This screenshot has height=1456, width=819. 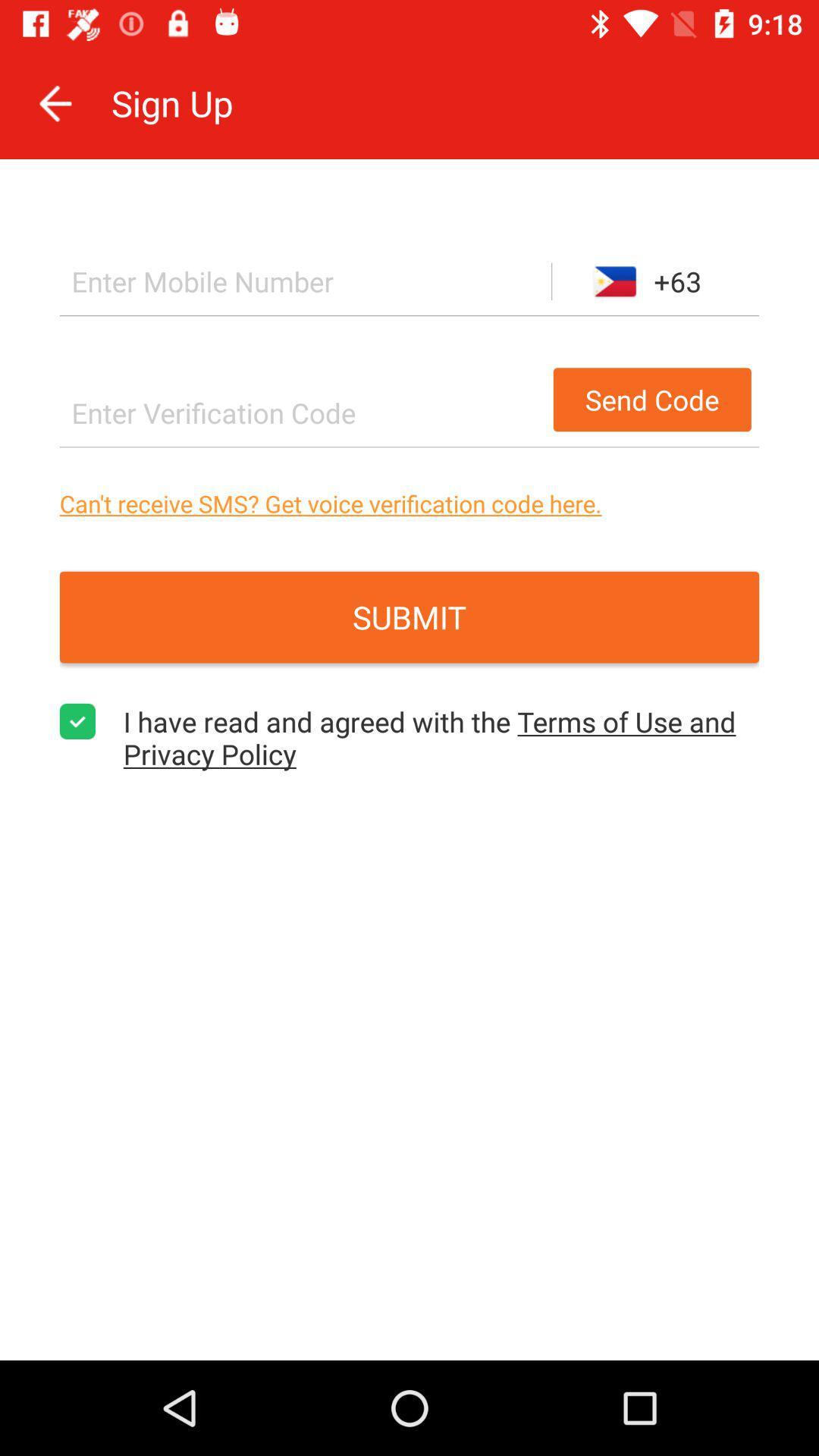 What do you see at coordinates (302, 413) in the screenshot?
I see `verification code` at bounding box center [302, 413].